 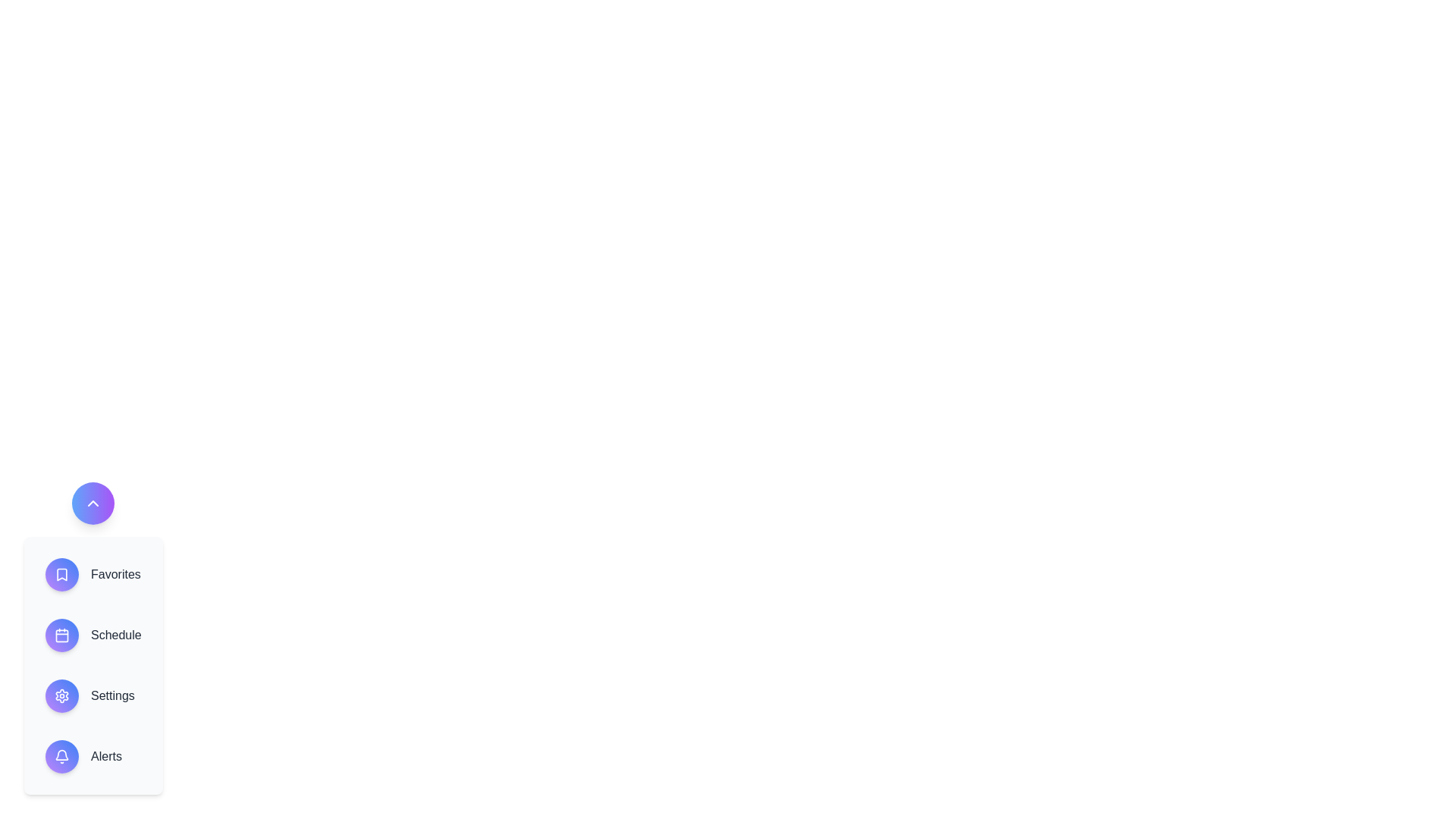 What do you see at coordinates (93, 757) in the screenshot?
I see `the 'Alerts' option in the menu` at bounding box center [93, 757].